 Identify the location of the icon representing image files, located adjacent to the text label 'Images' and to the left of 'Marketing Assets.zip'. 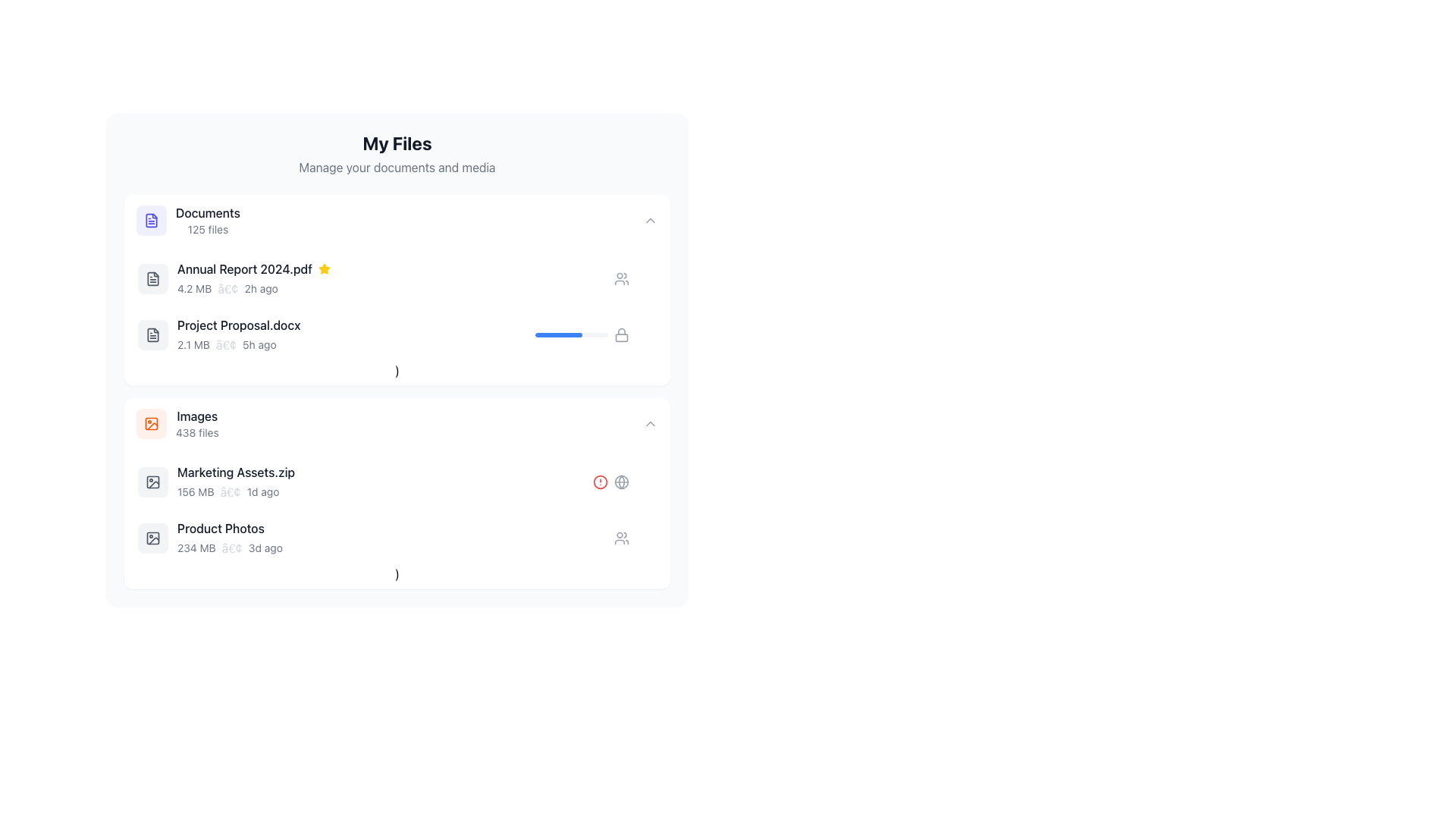
(152, 482).